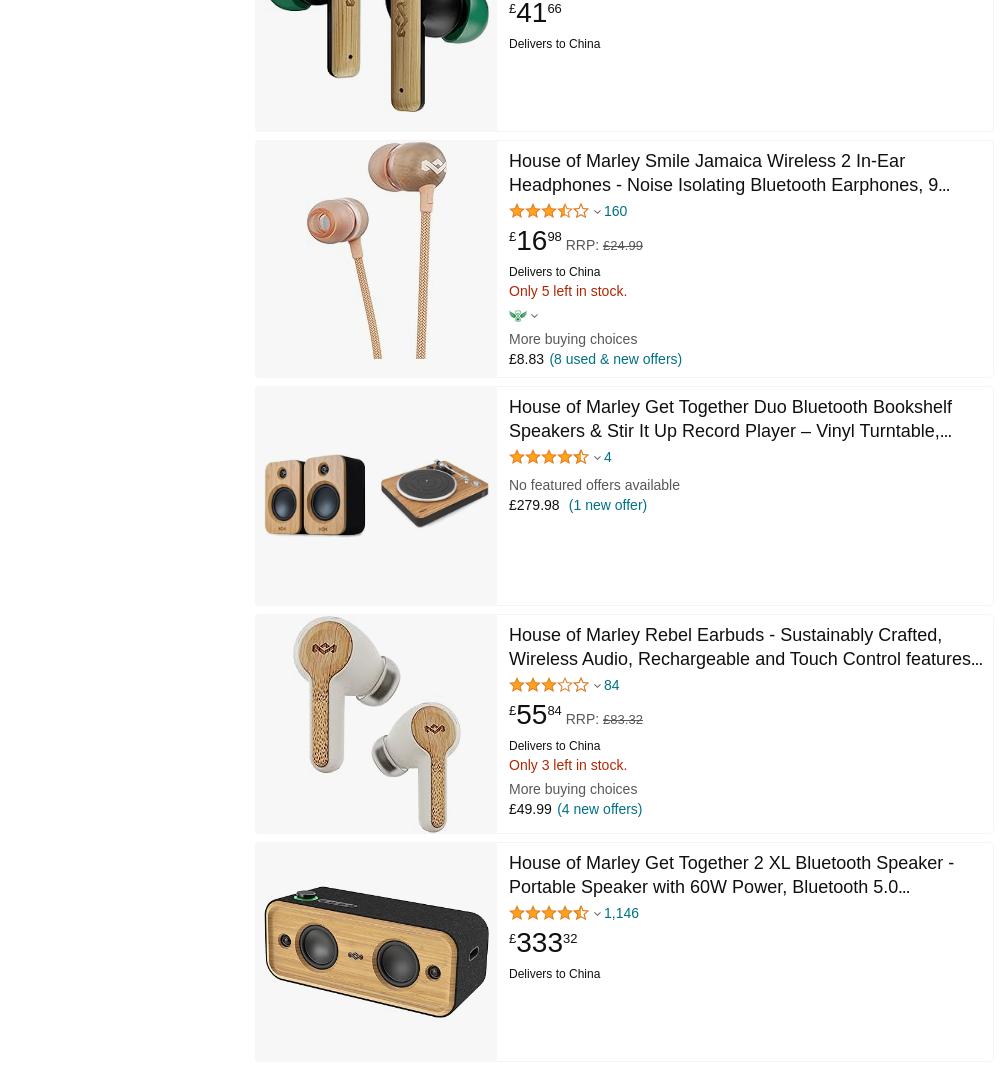  What do you see at coordinates (593, 484) in the screenshot?
I see `'No featured offers available'` at bounding box center [593, 484].